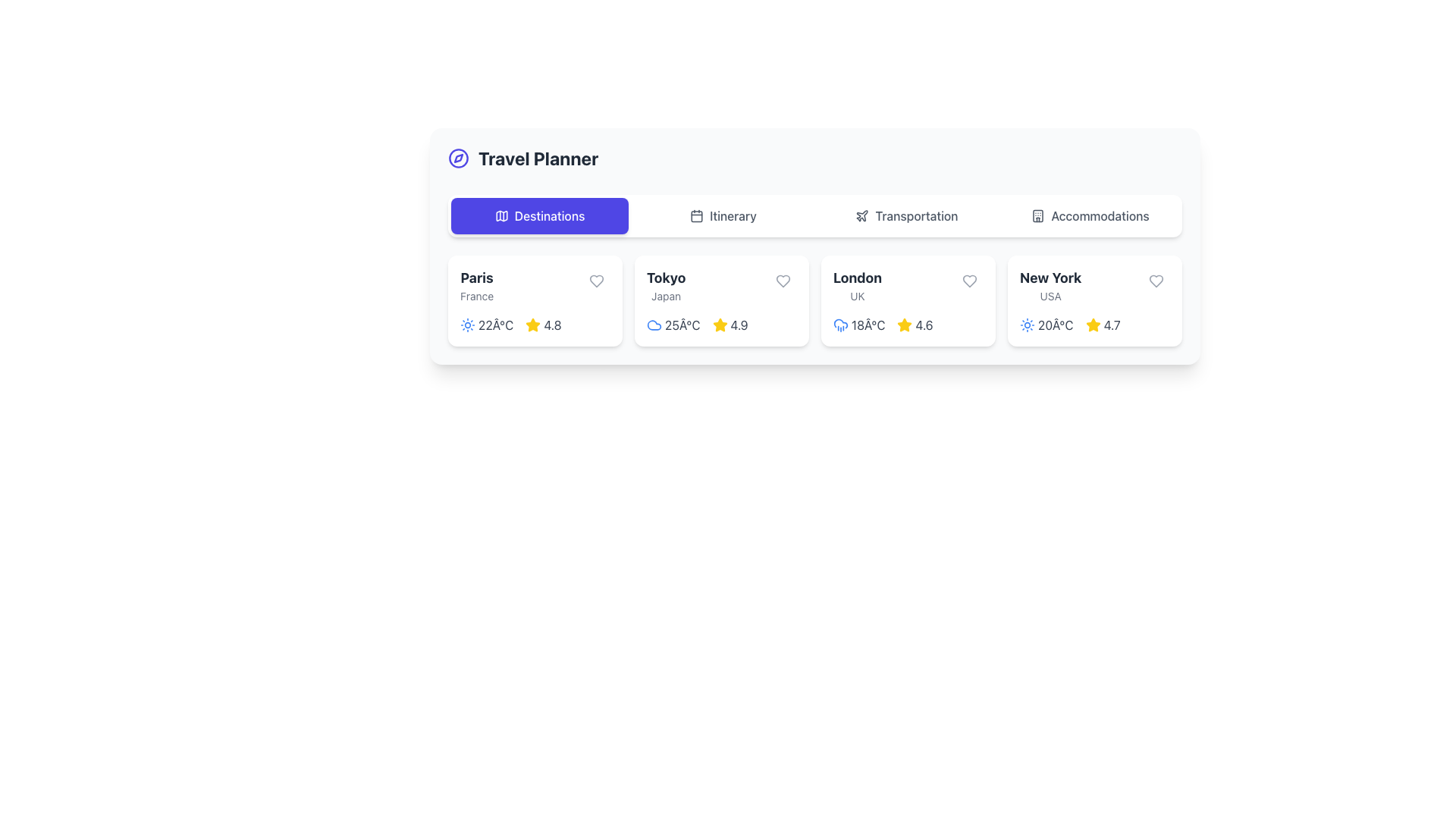 The height and width of the screenshot is (819, 1456). What do you see at coordinates (905, 324) in the screenshot?
I see `the rating icon next to the '4.6' text in the rating information panel of the card representing 'London, UK.'` at bounding box center [905, 324].